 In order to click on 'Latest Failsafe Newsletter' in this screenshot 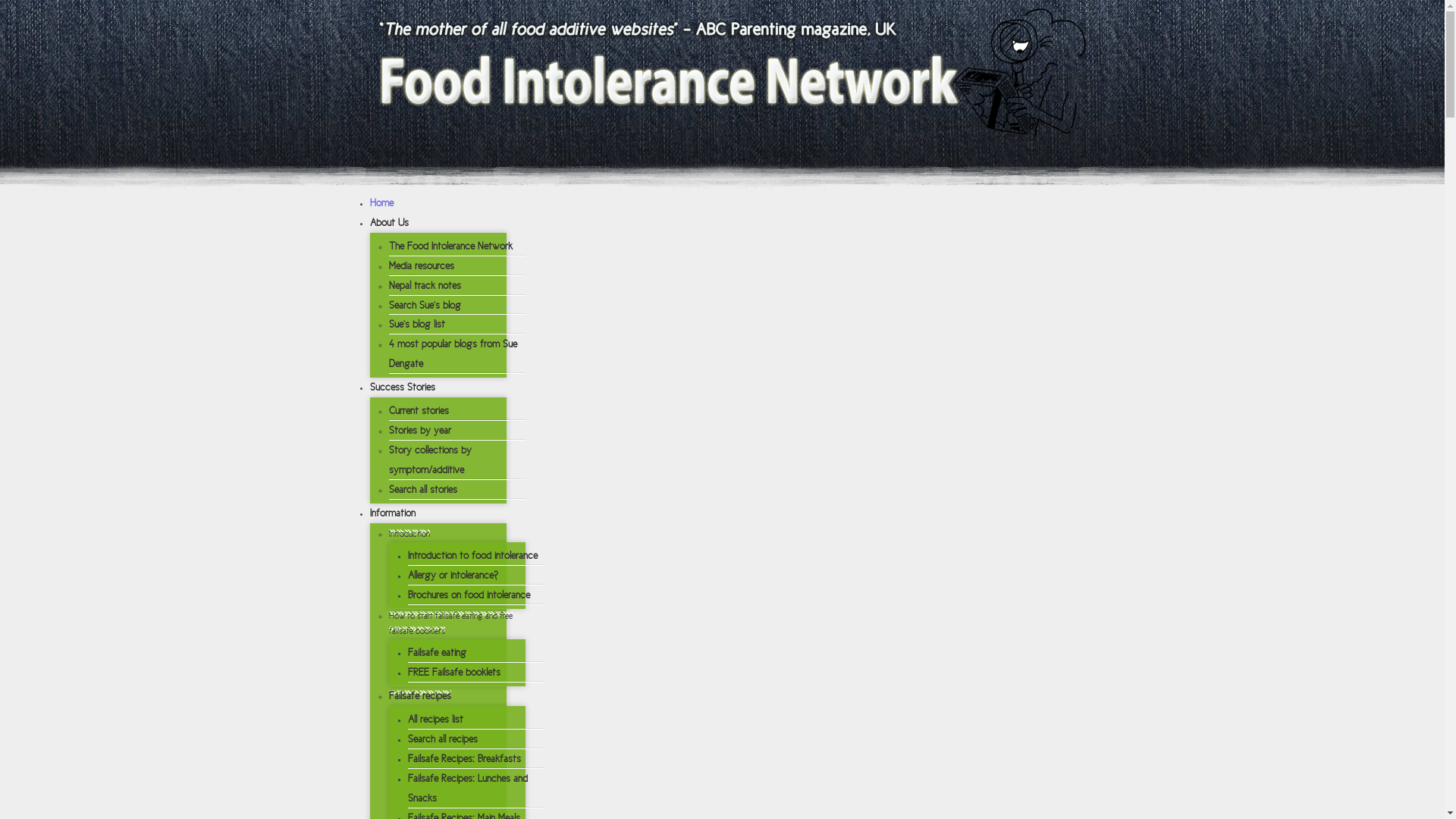, I will do `click(454, 526)`.